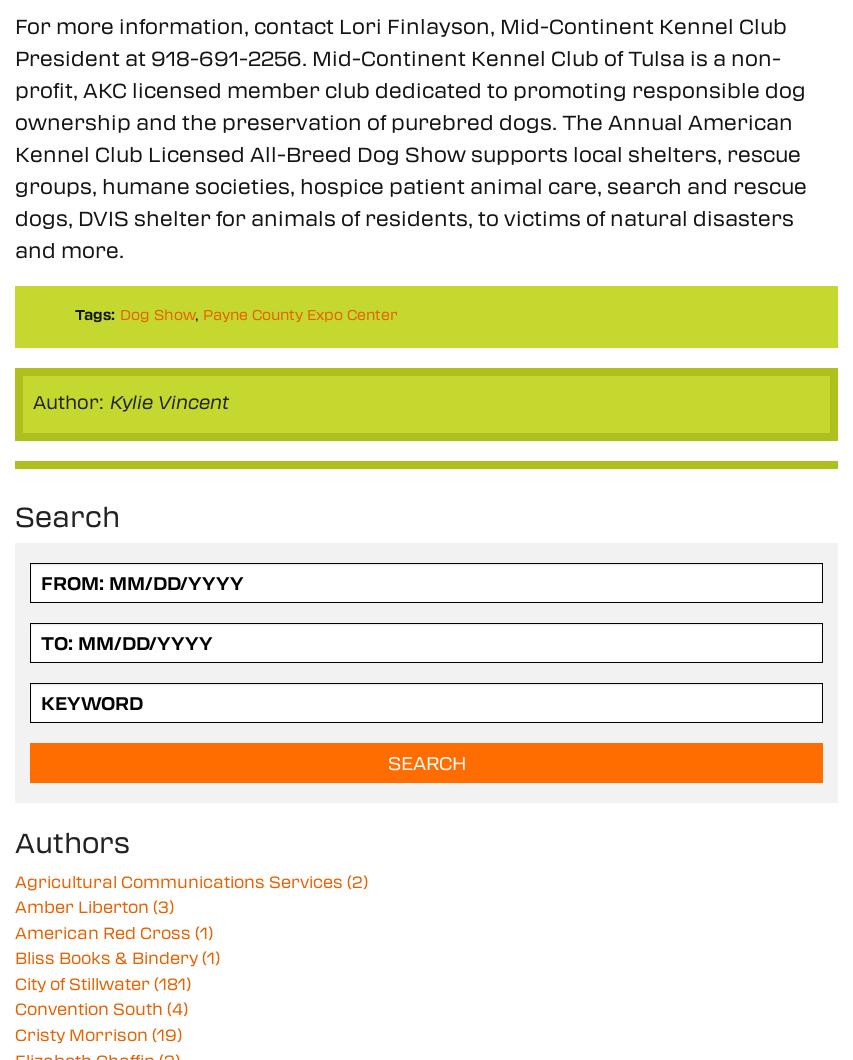  Describe the element at coordinates (14, 906) in the screenshot. I see `'Amber Liberton'` at that location.